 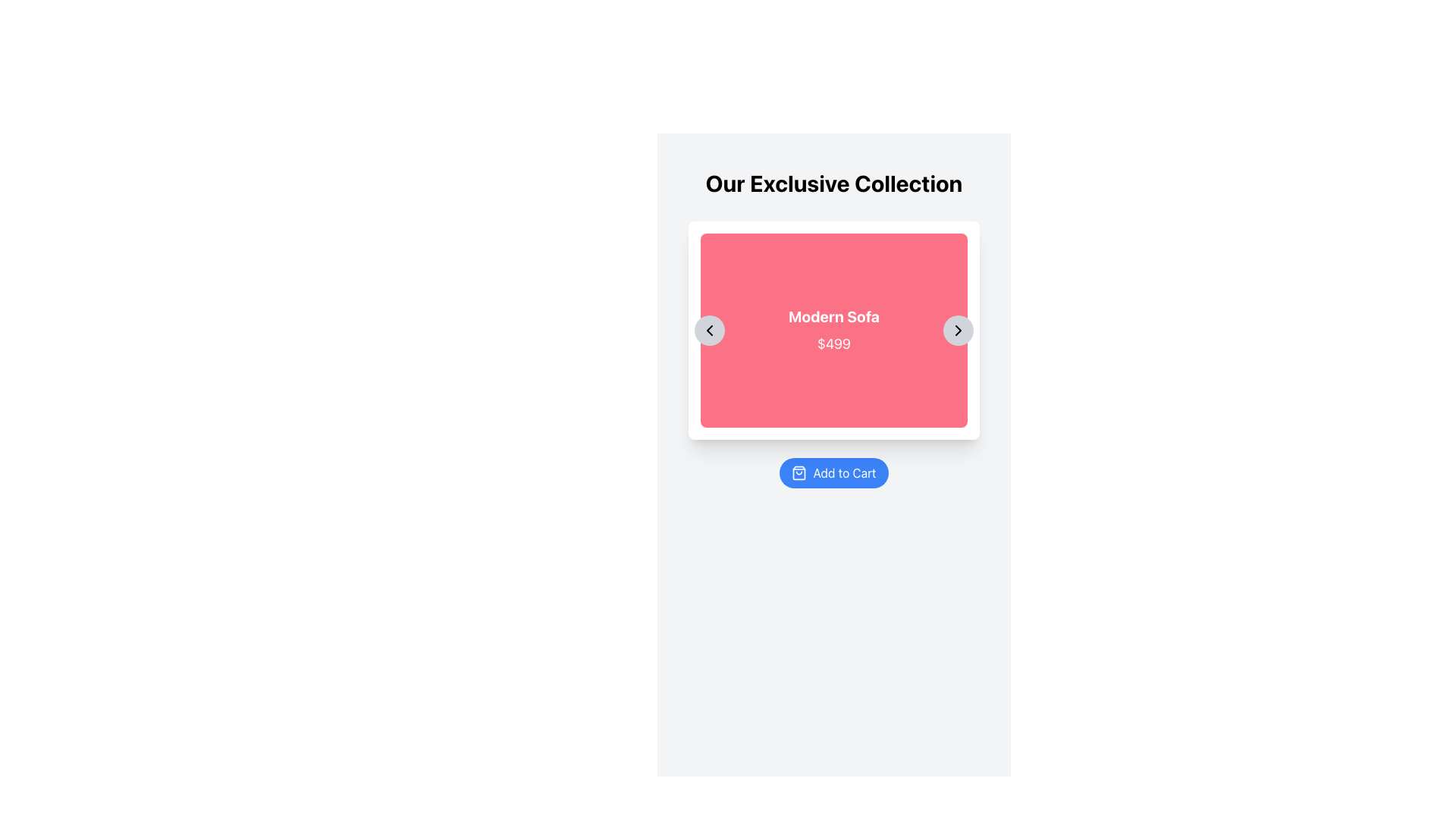 What do you see at coordinates (957, 329) in the screenshot?
I see `the Chevron Icon located within the circular button on the right side of the product card` at bounding box center [957, 329].